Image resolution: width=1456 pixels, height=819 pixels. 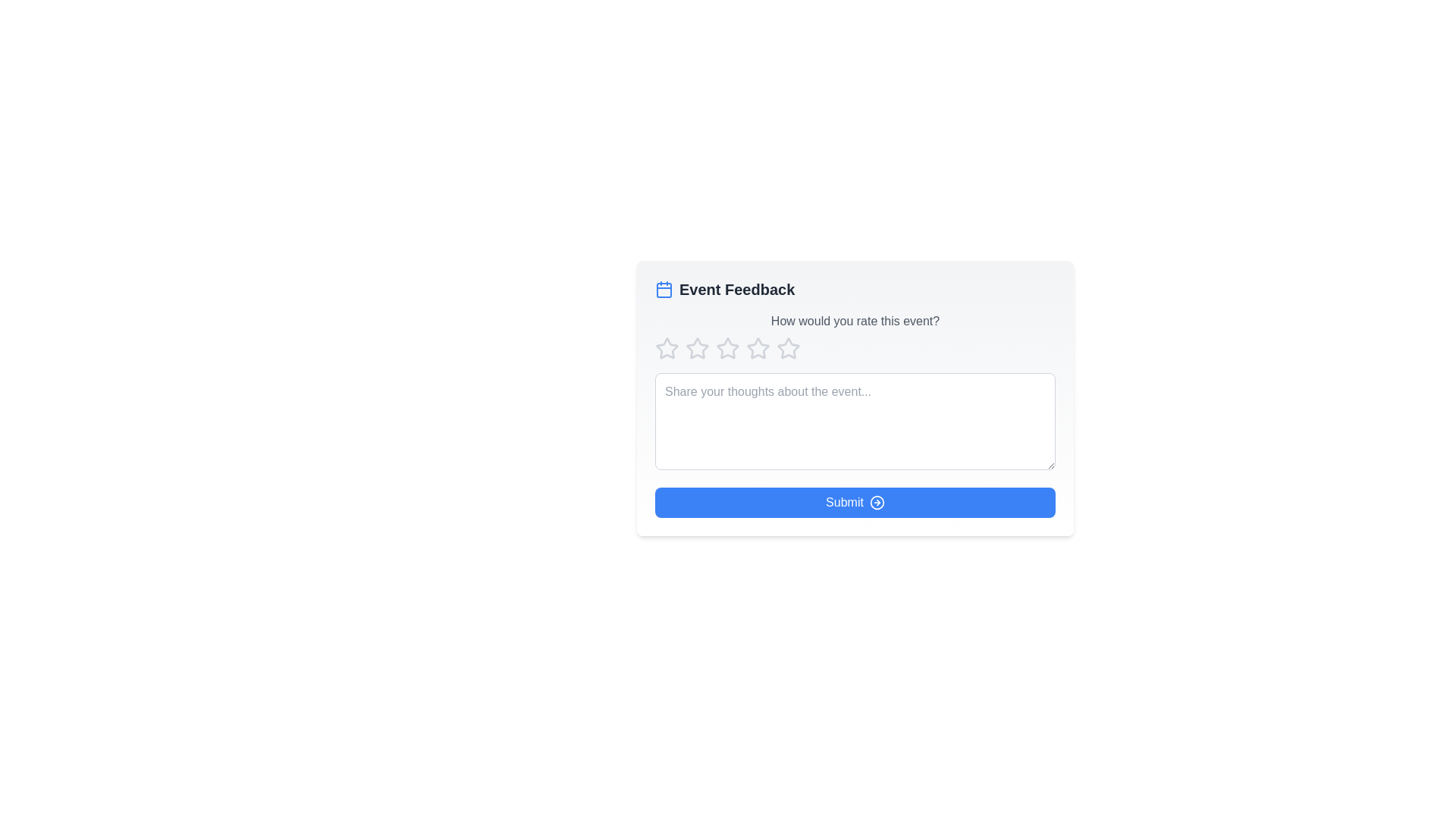 I want to click on the first star rating icon, which is light gray and part of a sequence of five stars for user feedback under the question 'How would you rate this event?', so click(x=667, y=348).